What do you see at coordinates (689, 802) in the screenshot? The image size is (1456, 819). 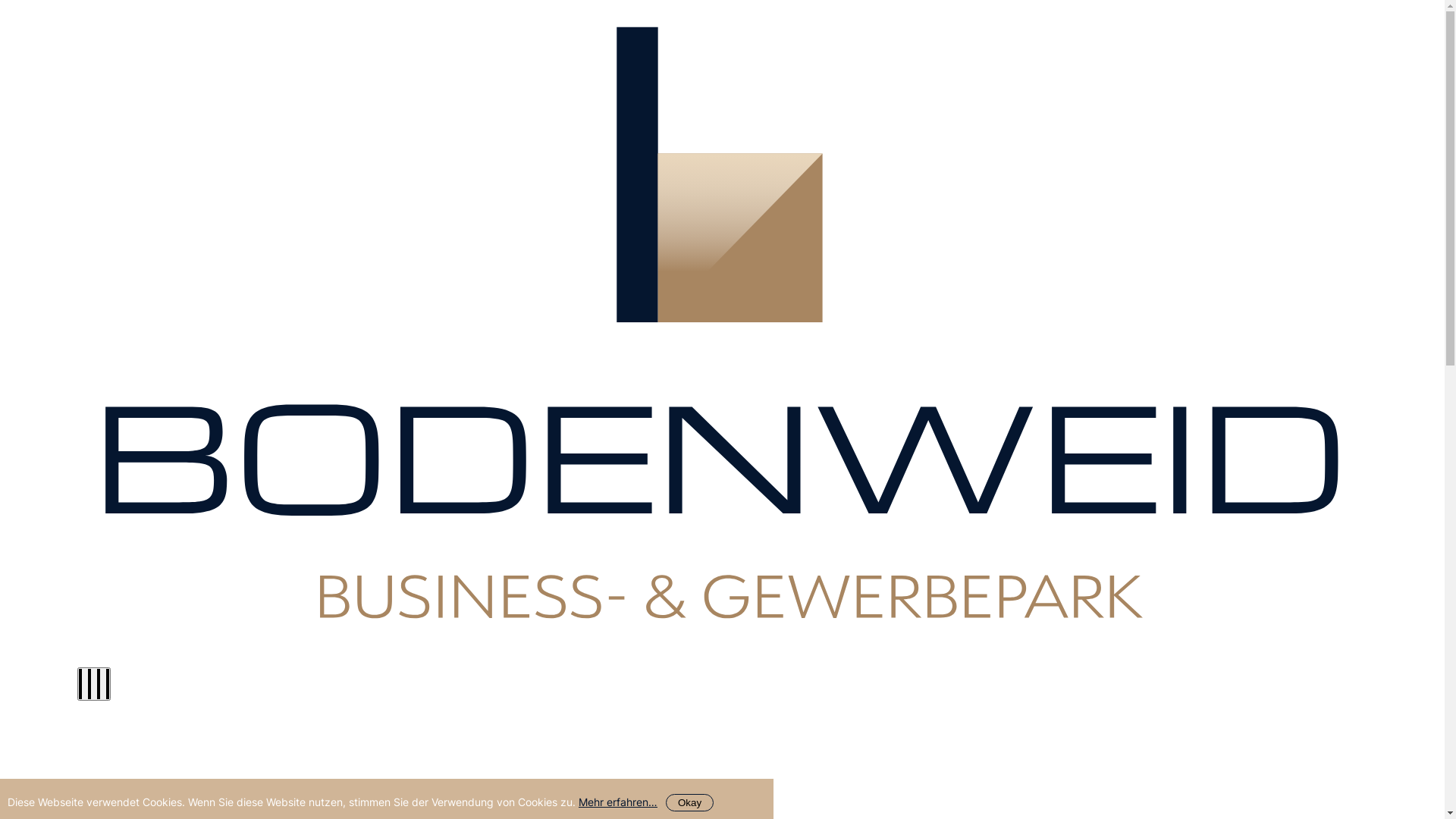 I see `'Okay'` at bounding box center [689, 802].